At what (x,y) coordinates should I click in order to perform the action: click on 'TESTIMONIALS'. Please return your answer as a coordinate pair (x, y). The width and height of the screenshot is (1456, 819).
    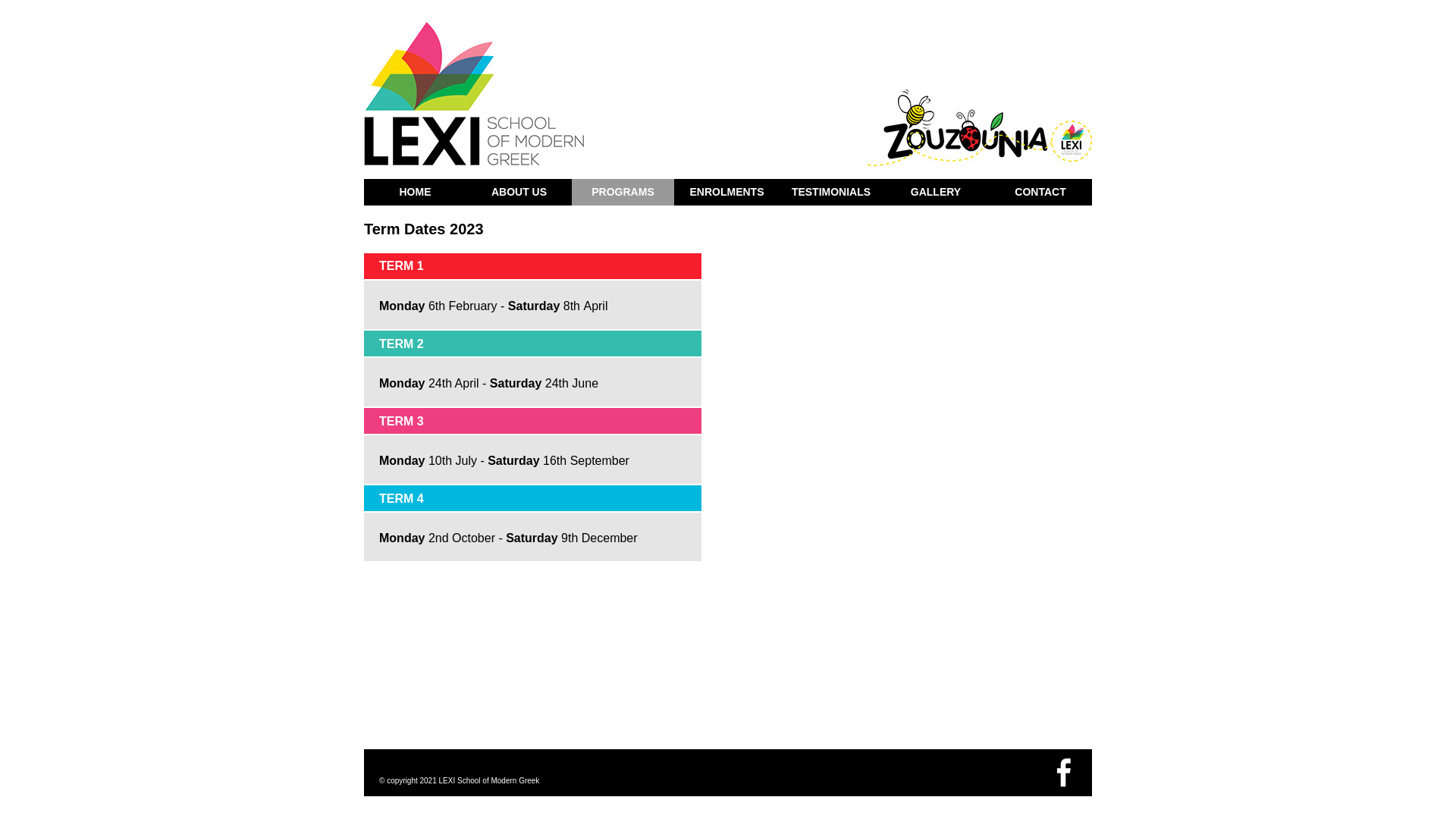
    Looking at the image, I should click on (830, 191).